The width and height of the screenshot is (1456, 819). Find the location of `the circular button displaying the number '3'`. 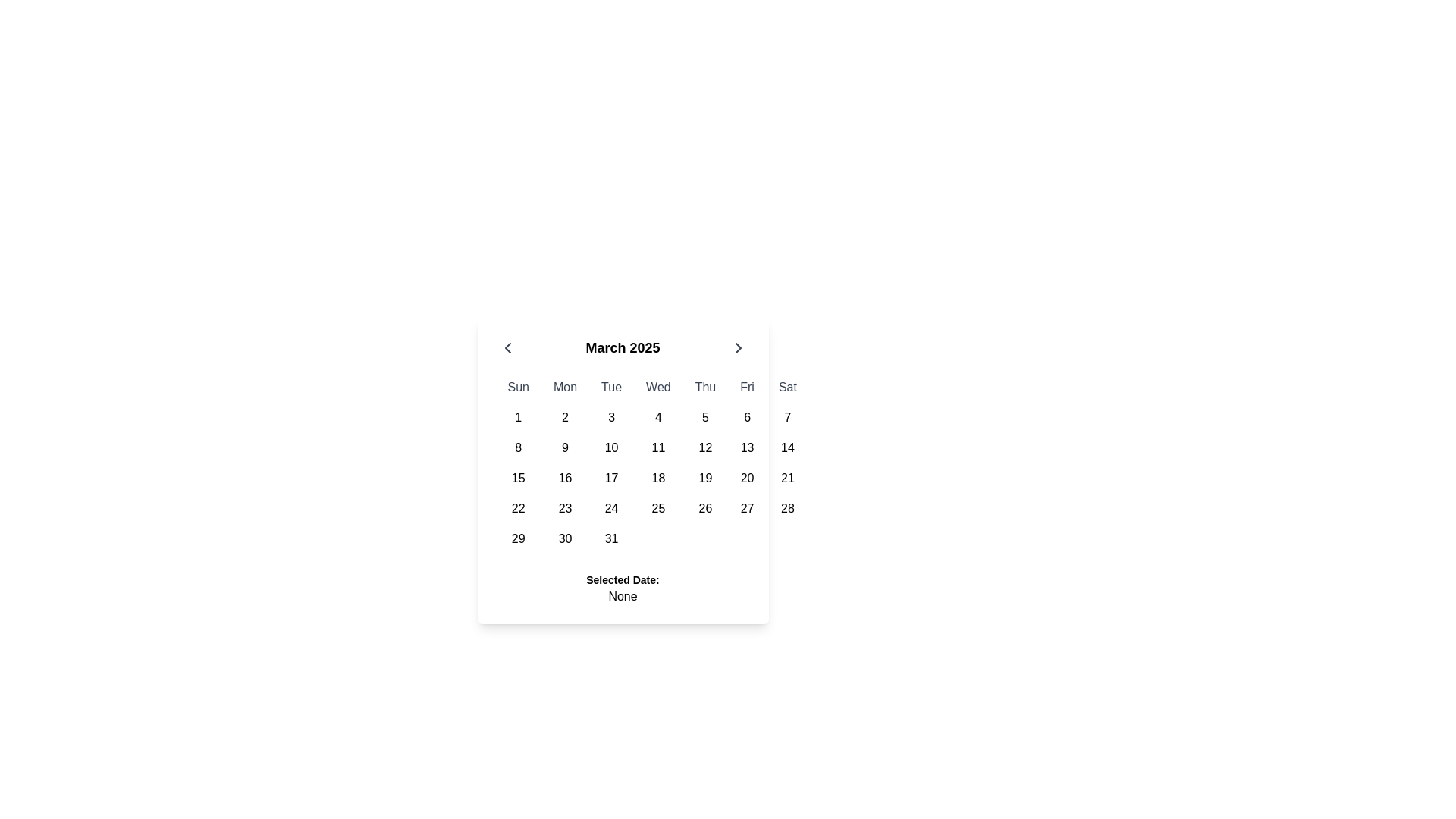

the circular button displaying the number '3' is located at coordinates (611, 418).